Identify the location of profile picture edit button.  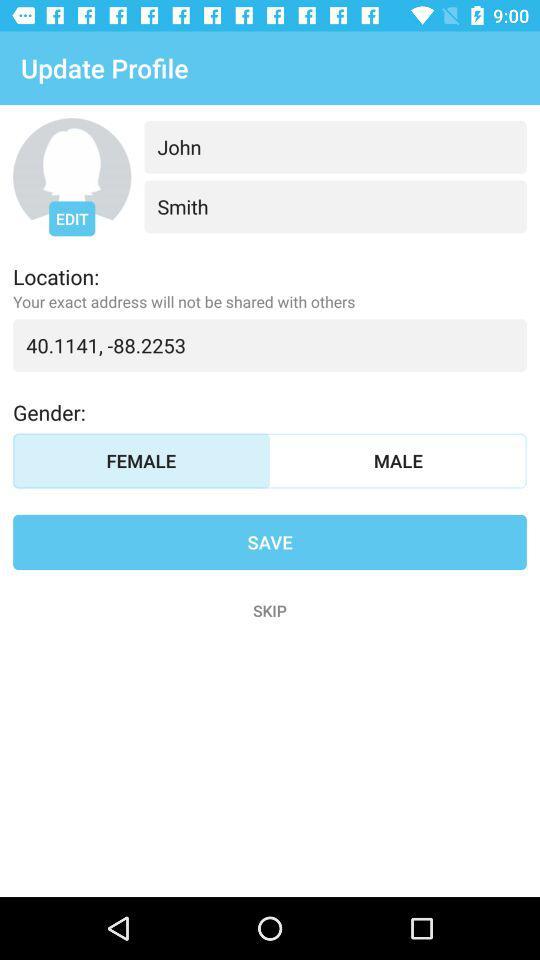
(71, 176).